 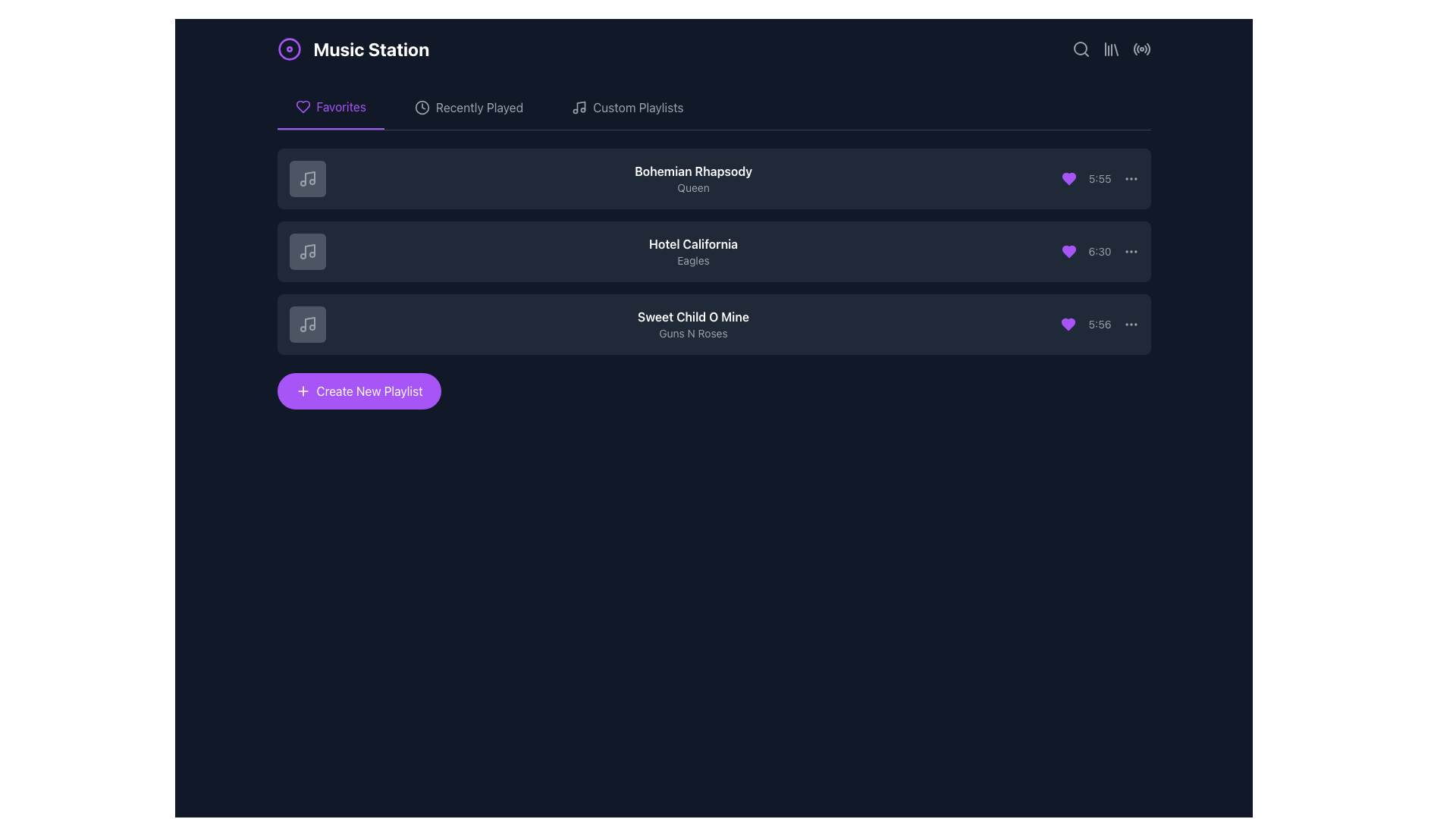 I want to click on the small circular icon consisting of three horizontally aligned dots located on the far-right edge of the second playlist row to change its color to white, so click(x=1131, y=250).